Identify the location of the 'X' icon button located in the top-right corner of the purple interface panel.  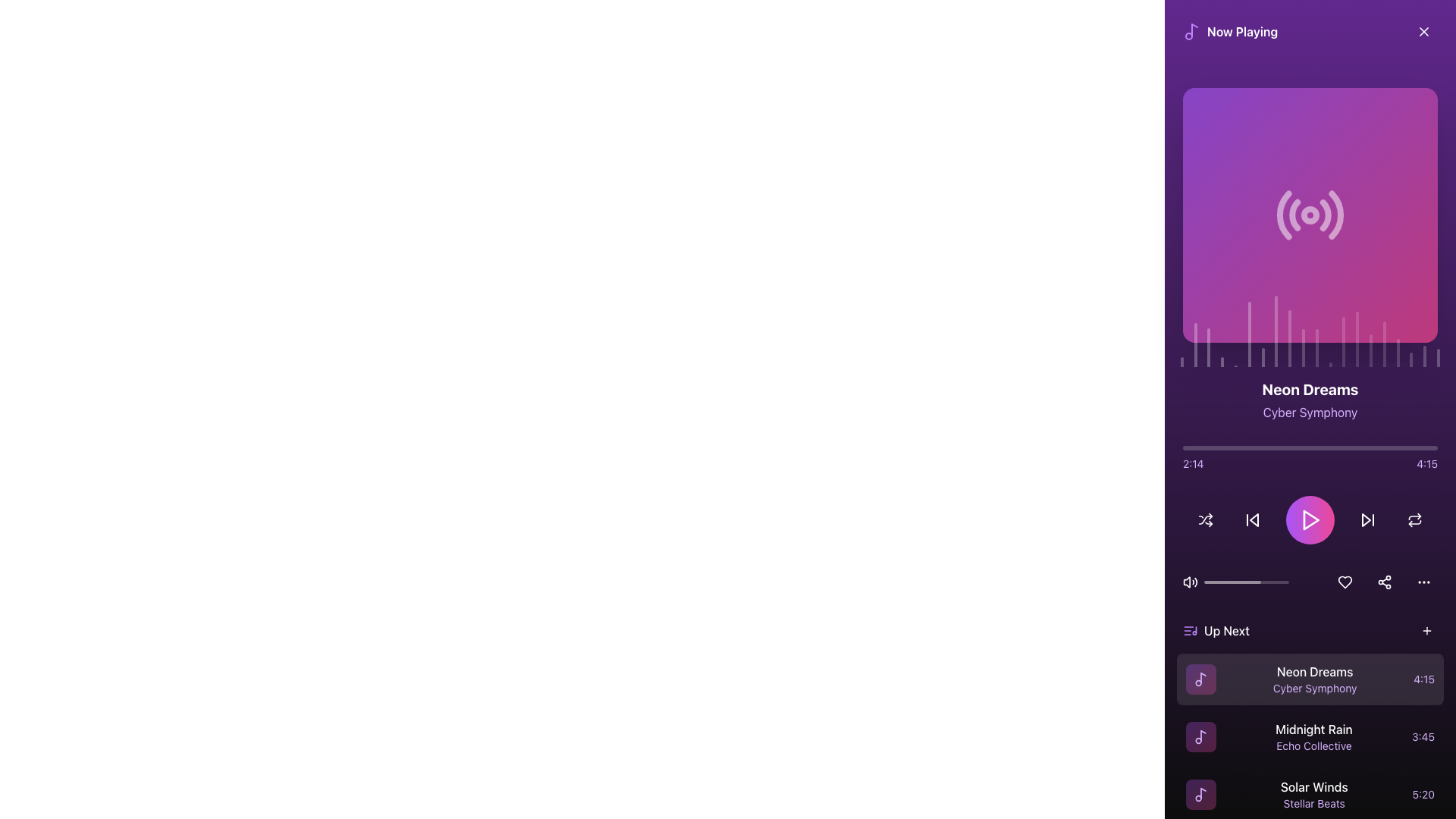
(1423, 32).